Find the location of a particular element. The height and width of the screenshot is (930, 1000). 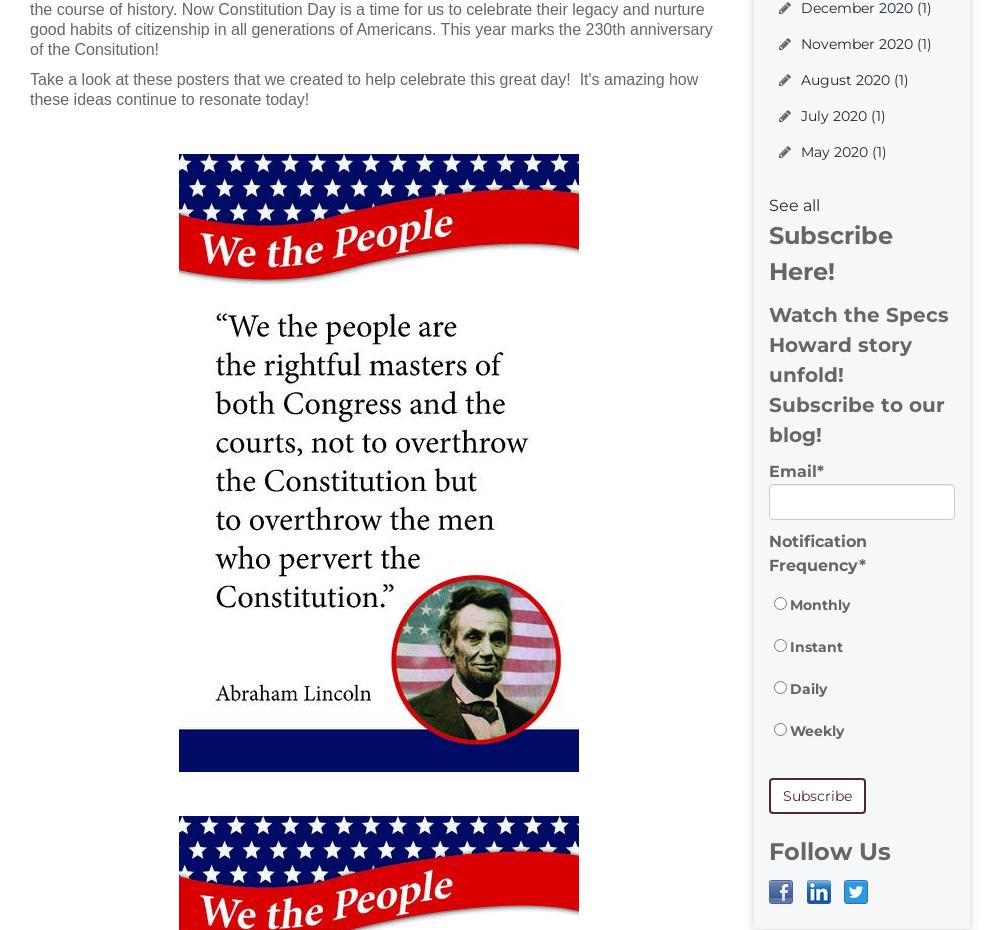

'November 2020' is located at coordinates (801, 42).